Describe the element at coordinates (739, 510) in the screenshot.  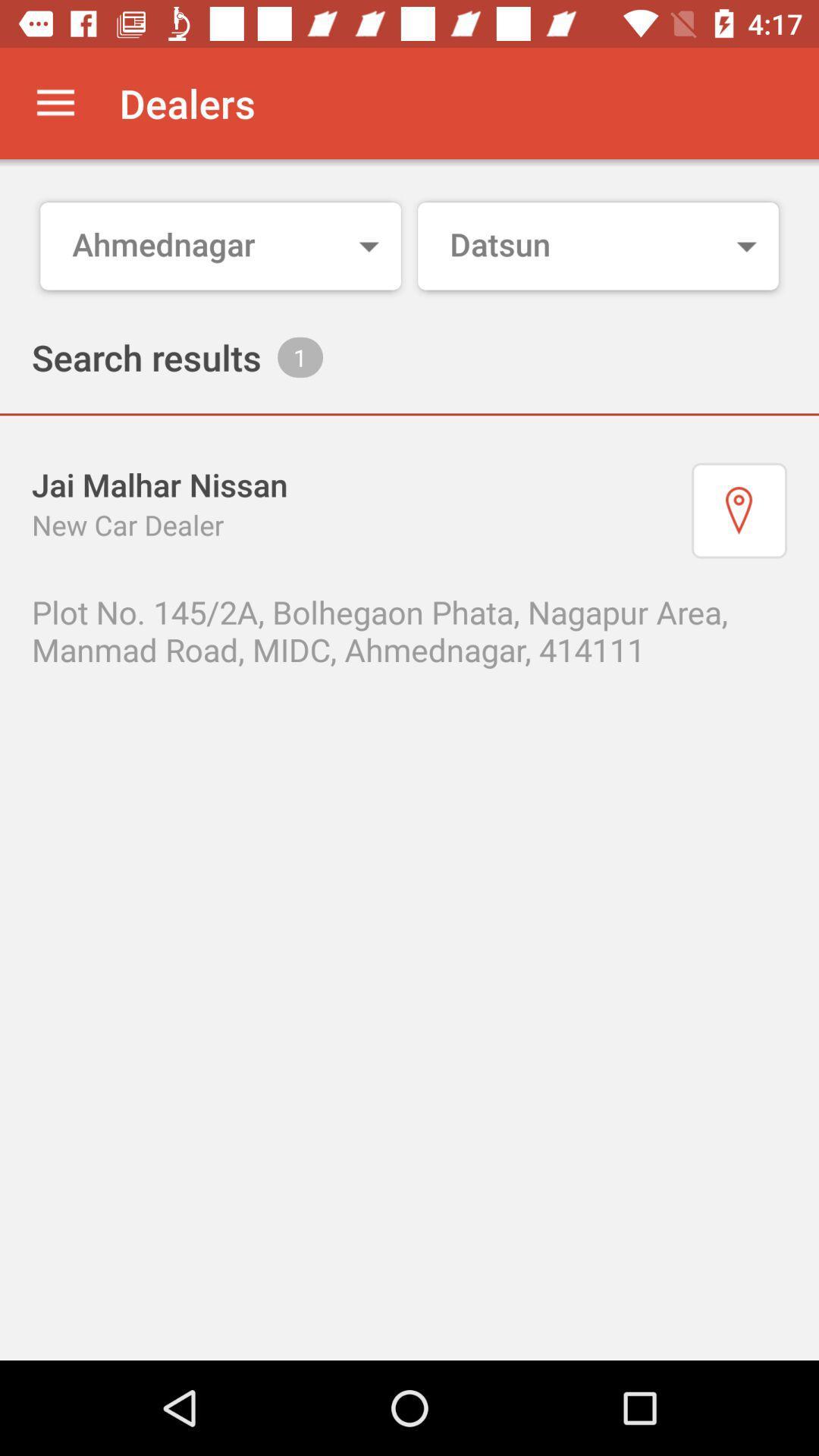
I see `map info` at that location.